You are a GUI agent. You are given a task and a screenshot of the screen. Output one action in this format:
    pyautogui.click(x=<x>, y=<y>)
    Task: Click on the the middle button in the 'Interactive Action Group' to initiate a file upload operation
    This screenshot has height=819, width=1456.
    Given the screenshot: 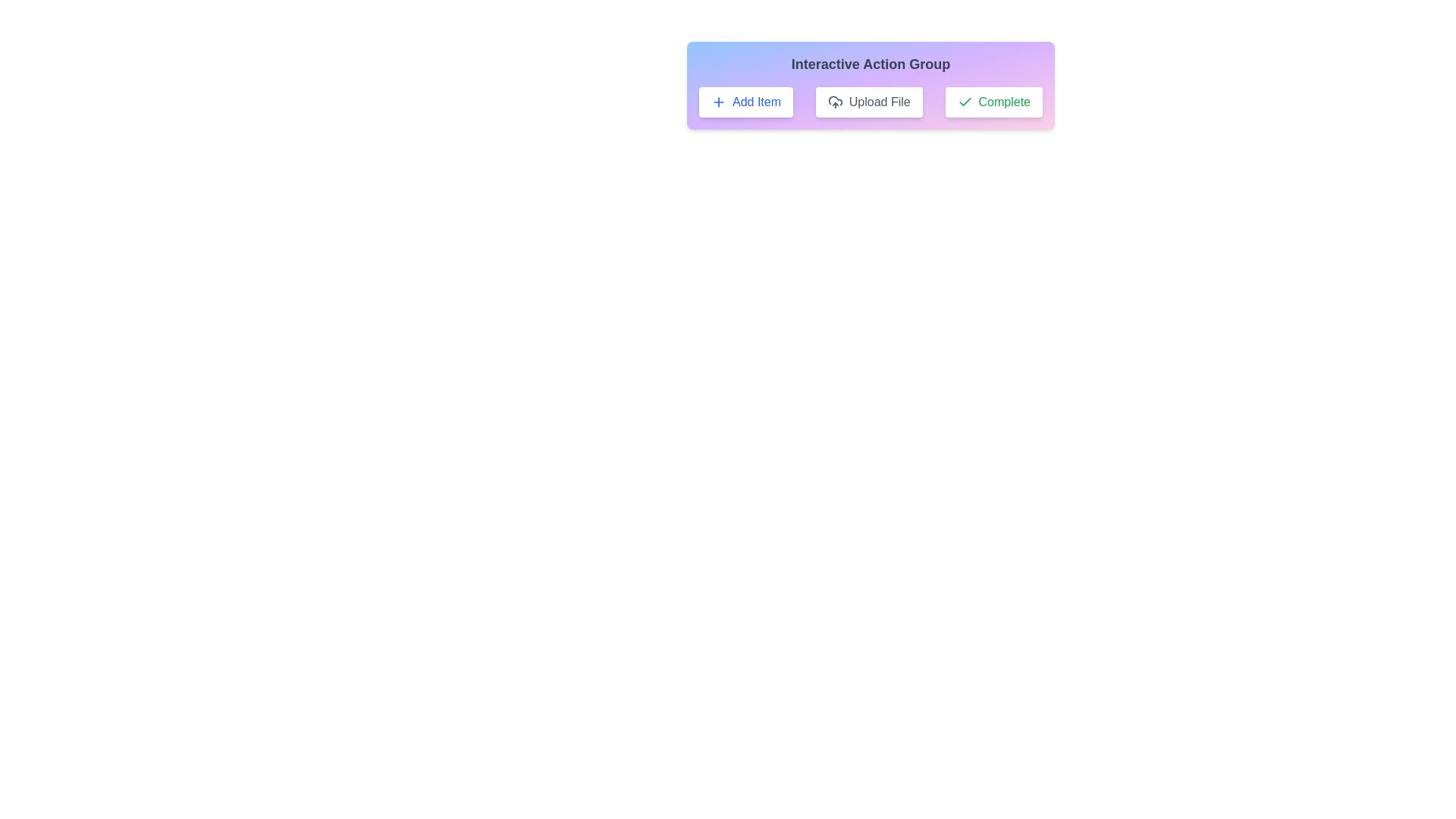 What is the action you would take?
    pyautogui.click(x=871, y=85)
    